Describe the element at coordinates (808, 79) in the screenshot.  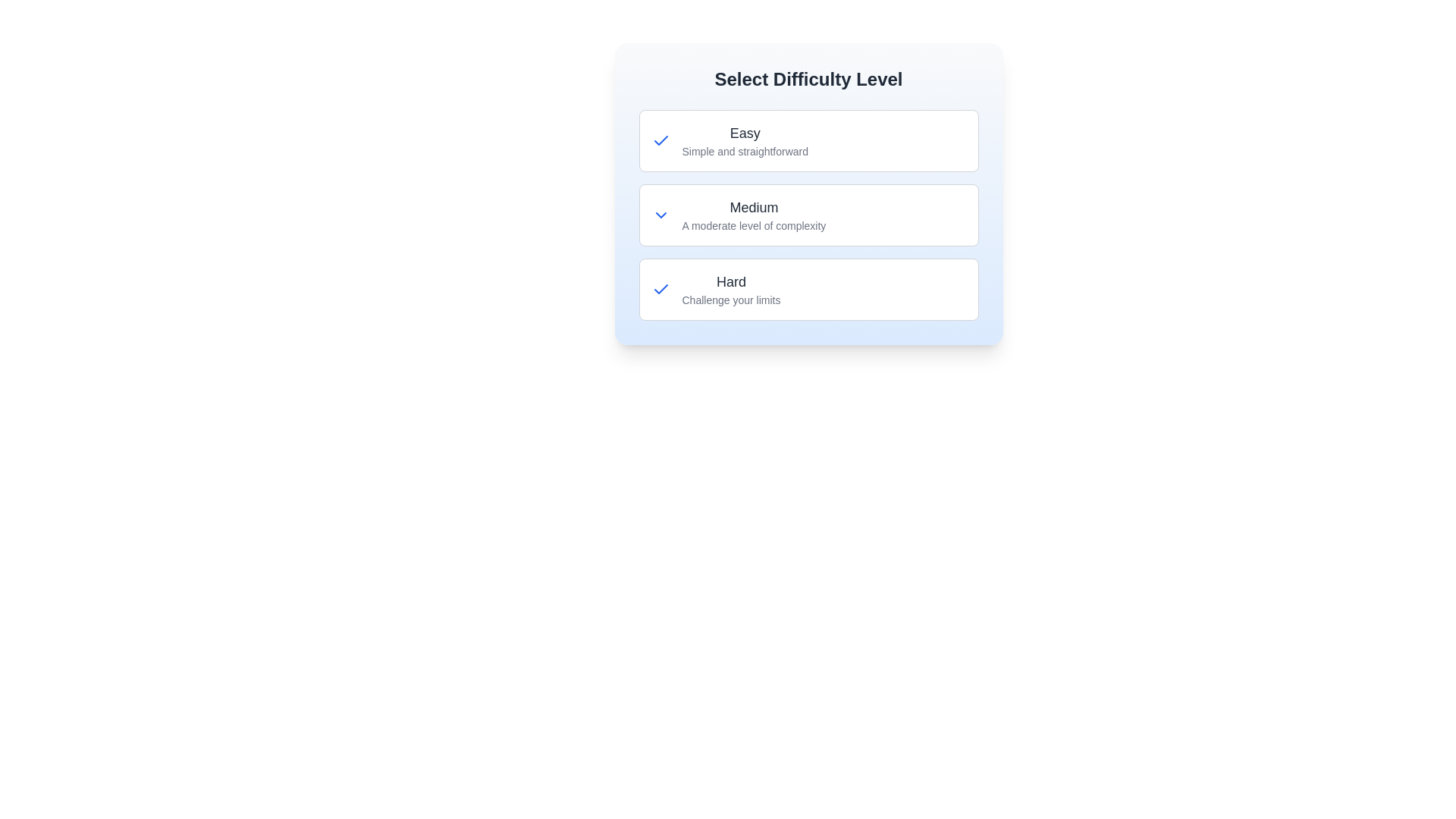
I see `the static text label displaying 'Select Difficulty Level', which is a bold, large-sized dark gray header positioned at the top center of the selection interface` at that location.